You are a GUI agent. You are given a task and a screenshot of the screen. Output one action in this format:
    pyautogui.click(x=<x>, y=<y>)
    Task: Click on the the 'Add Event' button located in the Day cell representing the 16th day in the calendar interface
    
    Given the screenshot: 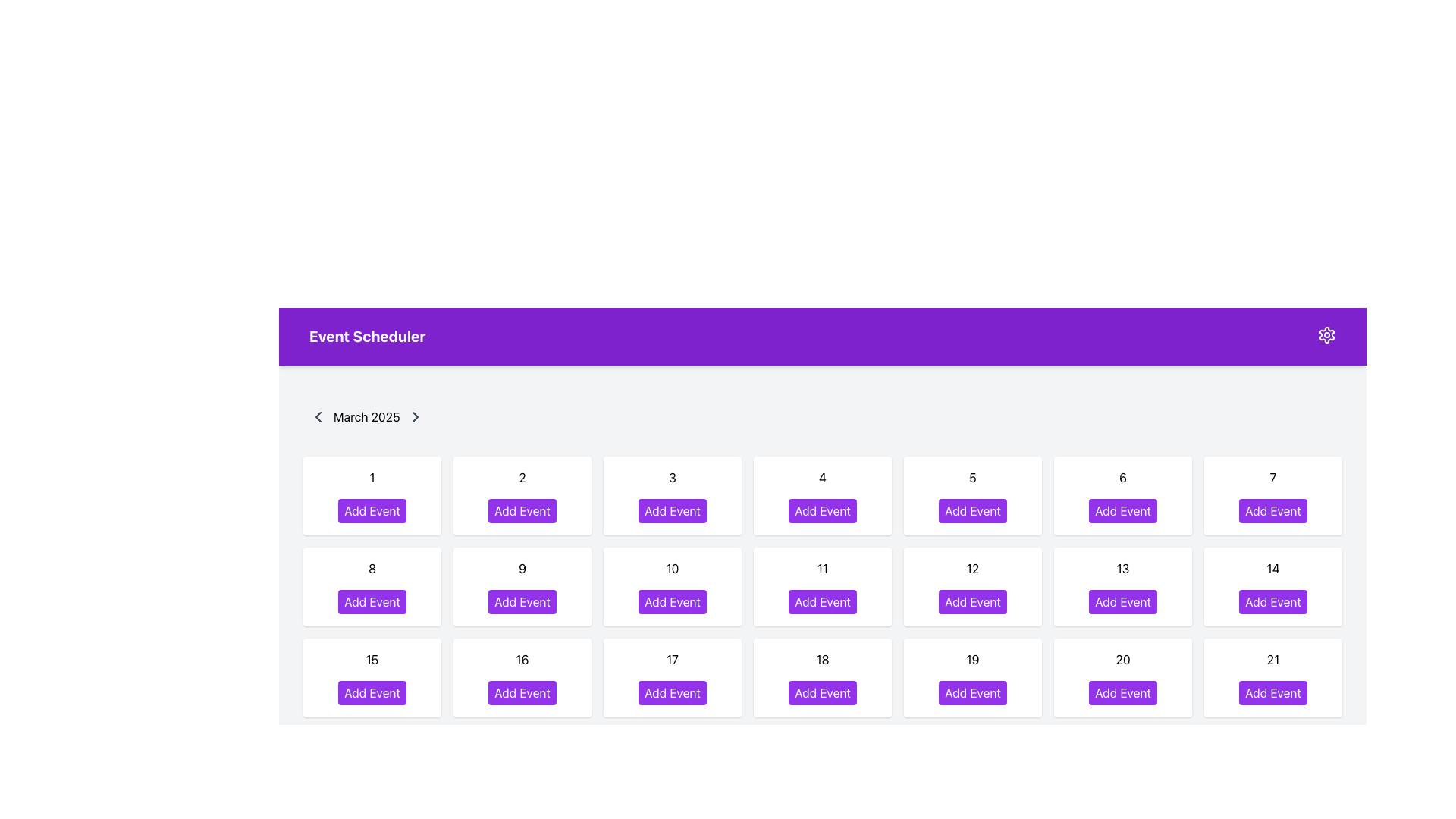 What is the action you would take?
    pyautogui.click(x=522, y=677)
    